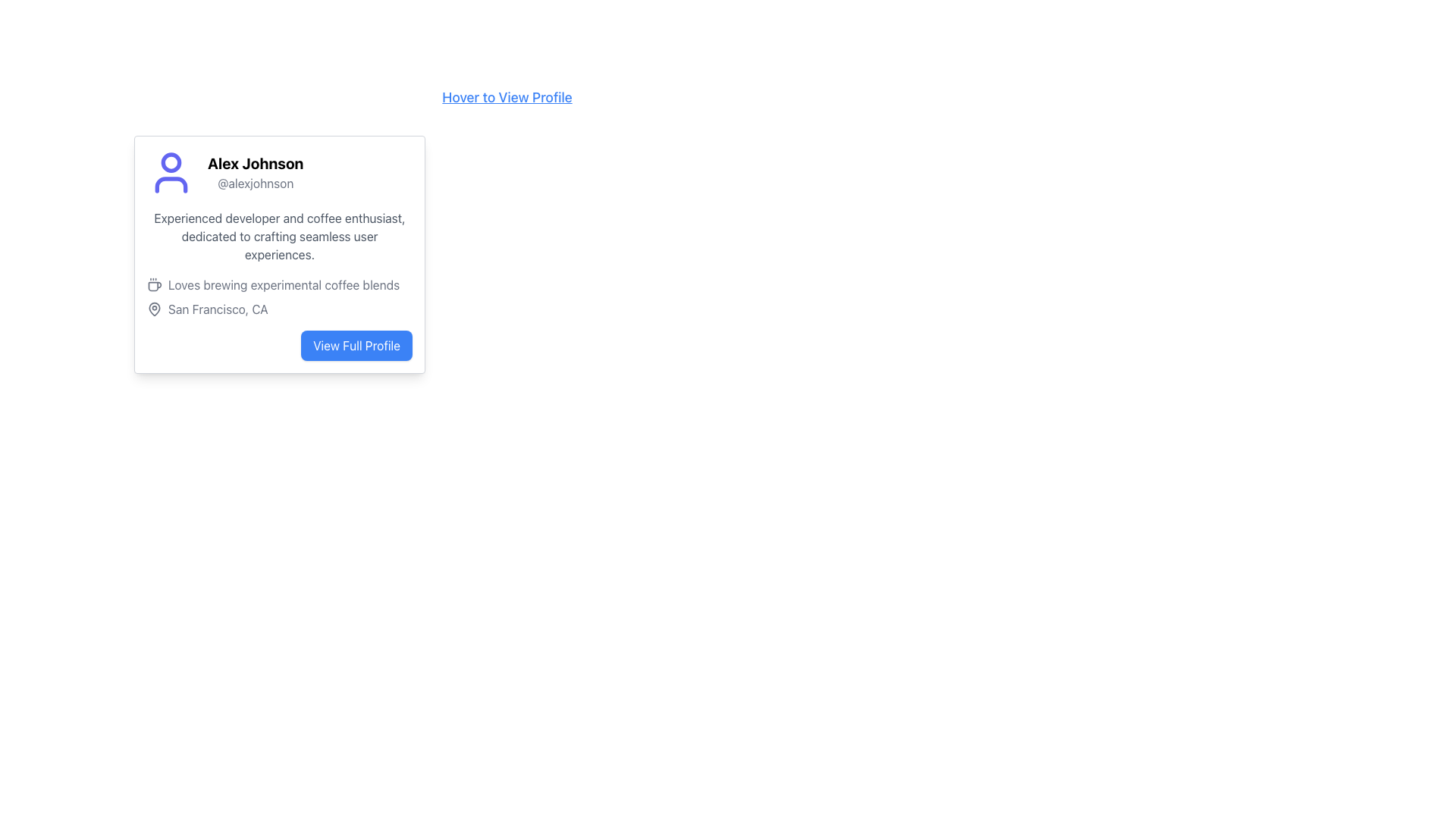 The height and width of the screenshot is (819, 1456). Describe the element at coordinates (171, 171) in the screenshot. I see `the user profile icon which resembles a circular head and rectangular torso outlined in purple, located to the left of the text 'Alex Johnson' and '@alexjohnson'` at that location.